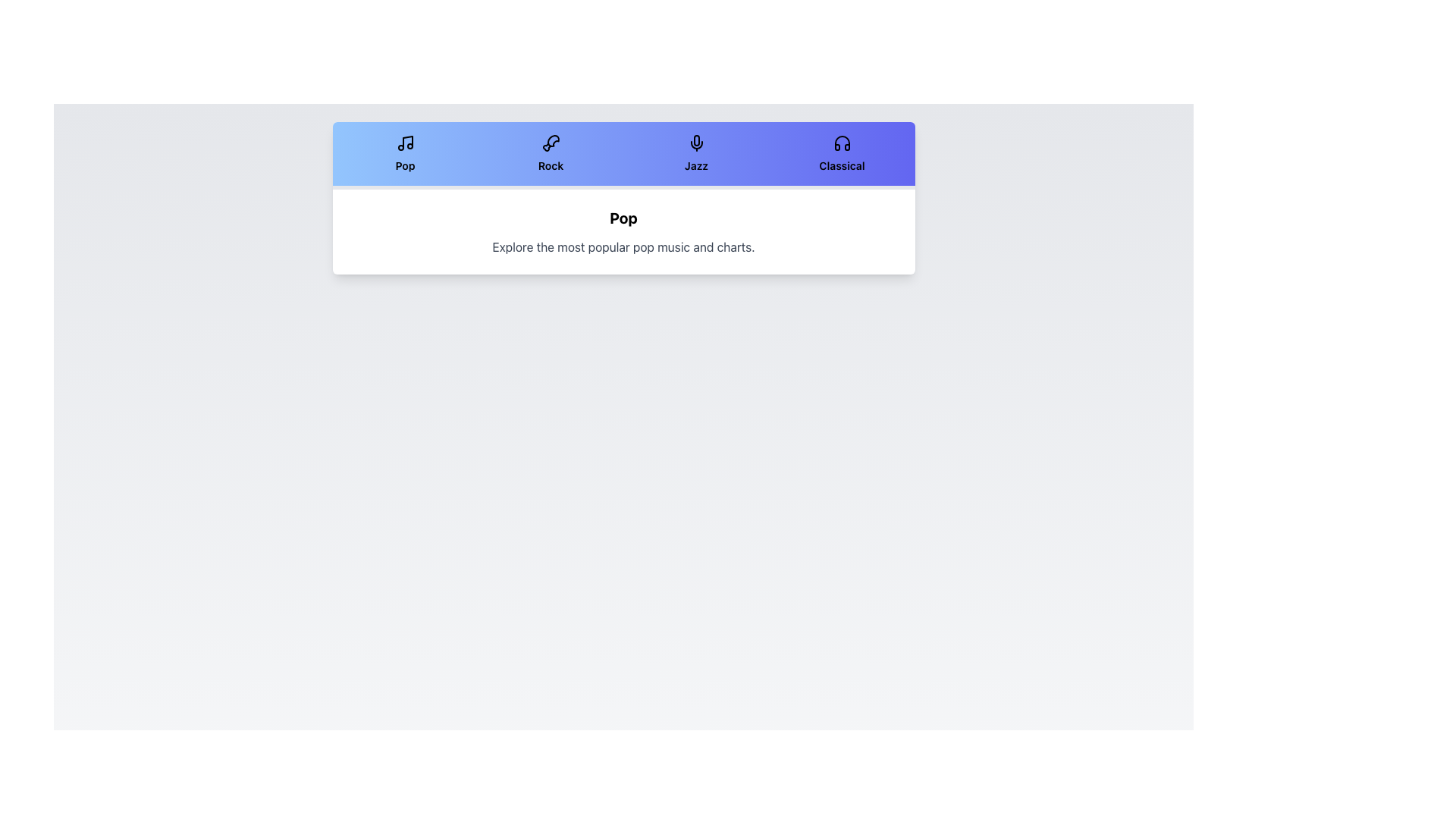  What do you see at coordinates (550, 143) in the screenshot?
I see `the Rock music category icon located in the navigation bar, which is the second icon from the left and positioned above the label that reads 'Rock'` at bounding box center [550, 143].